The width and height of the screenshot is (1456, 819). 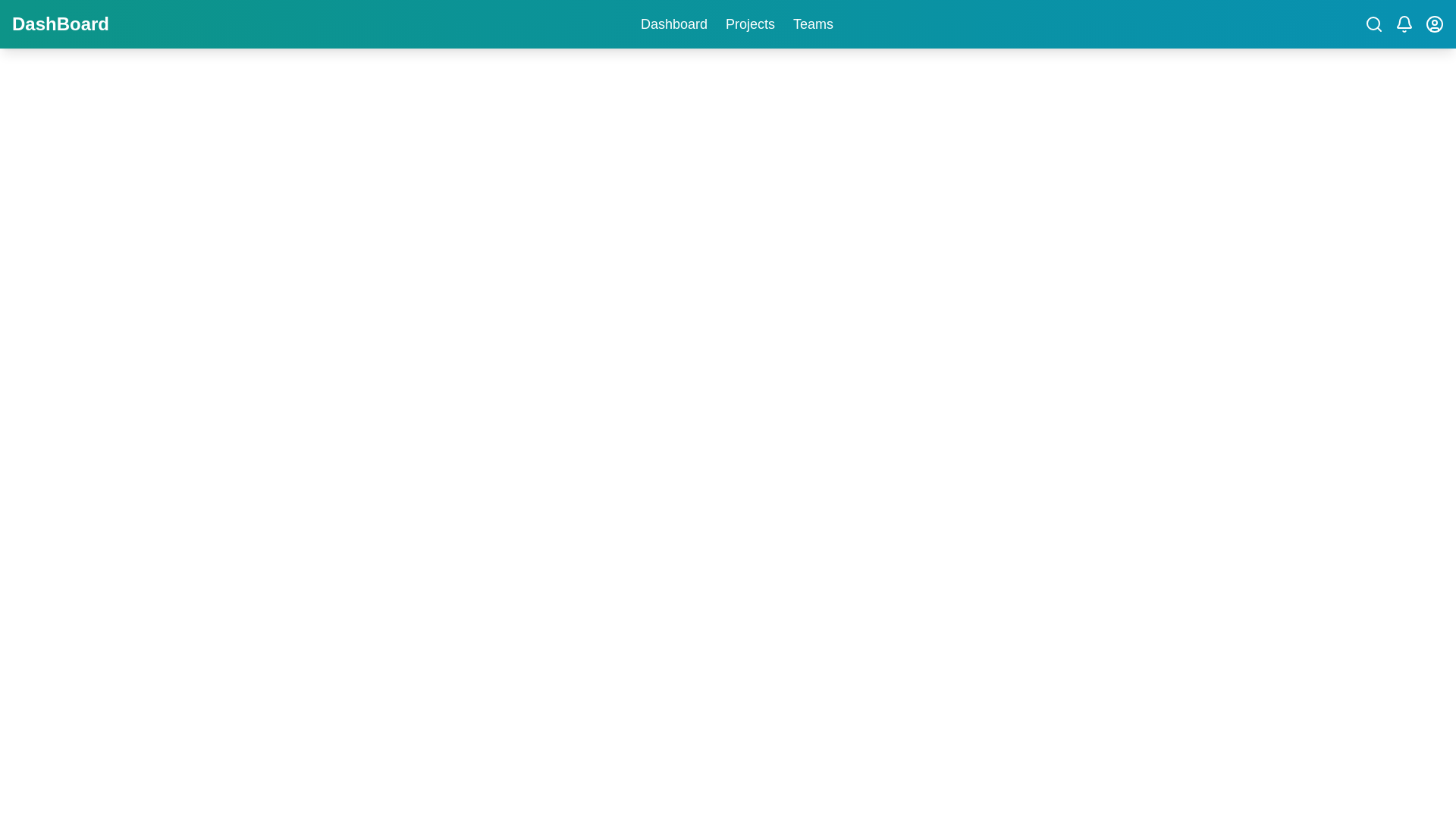 What do you see at coordinates (1404, 24) in the screenshot?
I see `the bell-shaped icon located at the top-right corner of the layout bar to change its color` at bounding box center [1404, 24].